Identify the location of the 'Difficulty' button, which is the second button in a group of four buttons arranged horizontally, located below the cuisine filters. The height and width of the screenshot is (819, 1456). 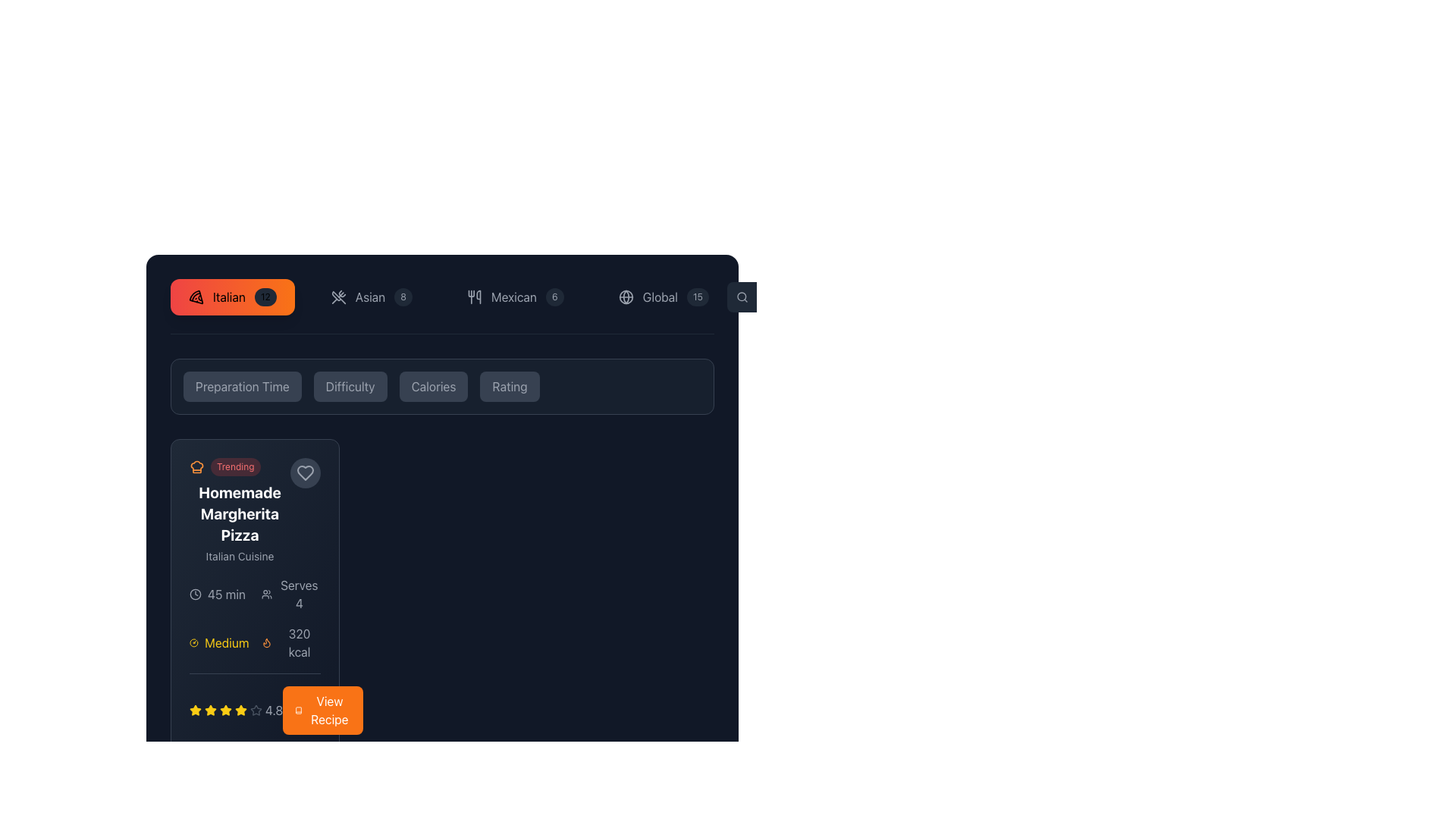
(350, 385).